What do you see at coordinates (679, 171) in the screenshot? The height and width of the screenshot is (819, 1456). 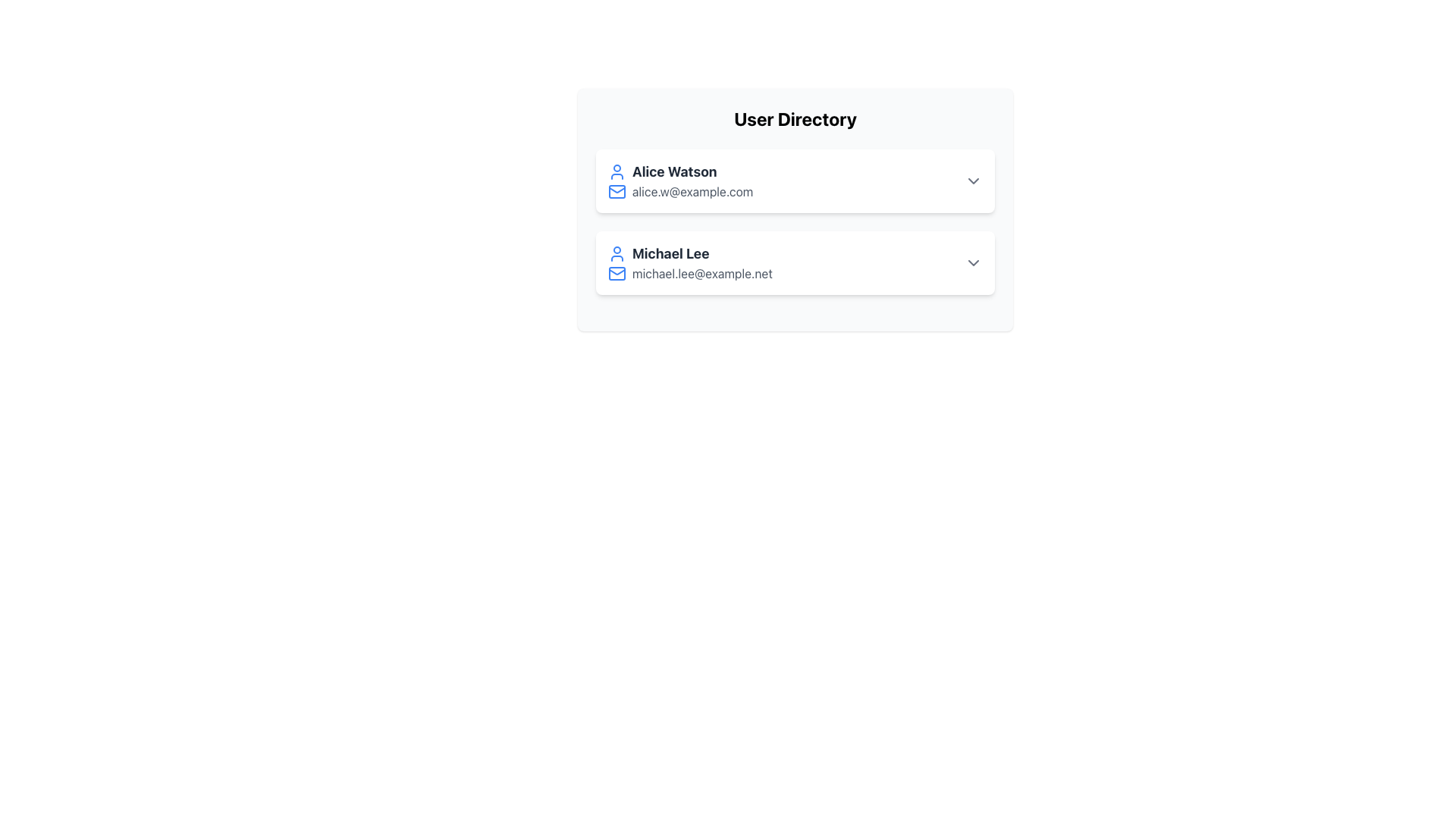 I see `the Text Label displaying 'Alice Watson' in bold, large dark gray font, located adjacent to a user icon and above an email text block` at bounding box center [679, 171].